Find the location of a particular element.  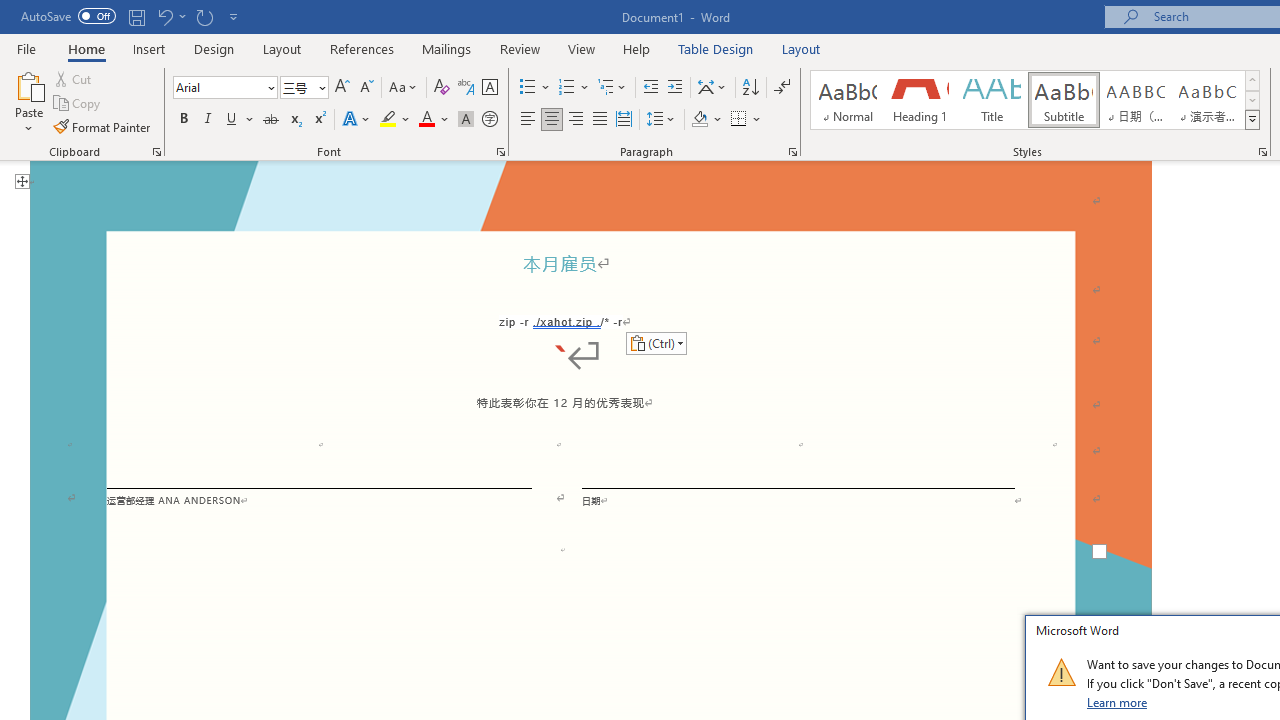

'Align Right' is located at coordinates (575, 119).